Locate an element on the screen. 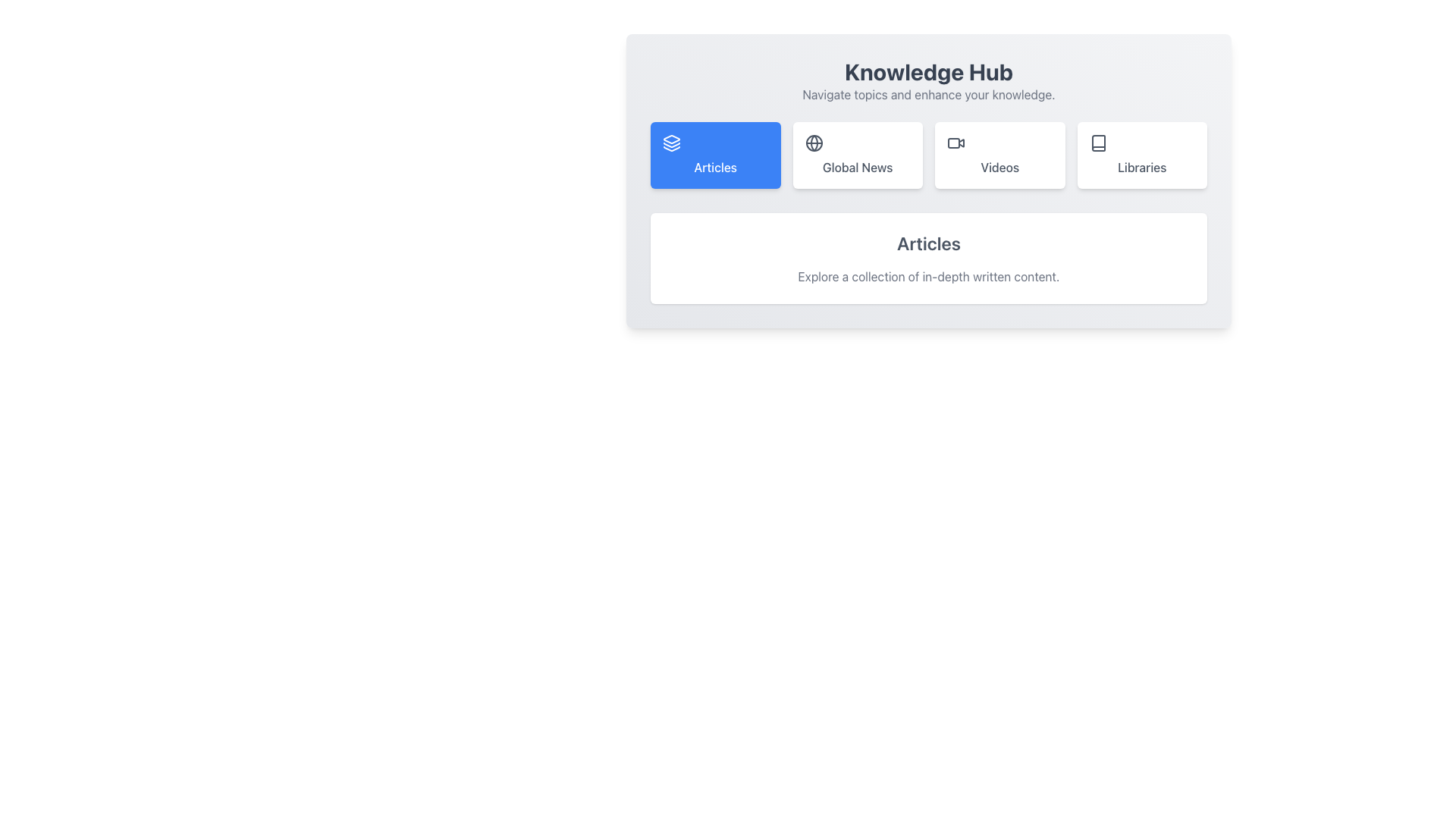  the group containing the Rectangle (SVG component) that represents the 'Videos' section icon in the navigation interface is located at coordinates (952, 143).